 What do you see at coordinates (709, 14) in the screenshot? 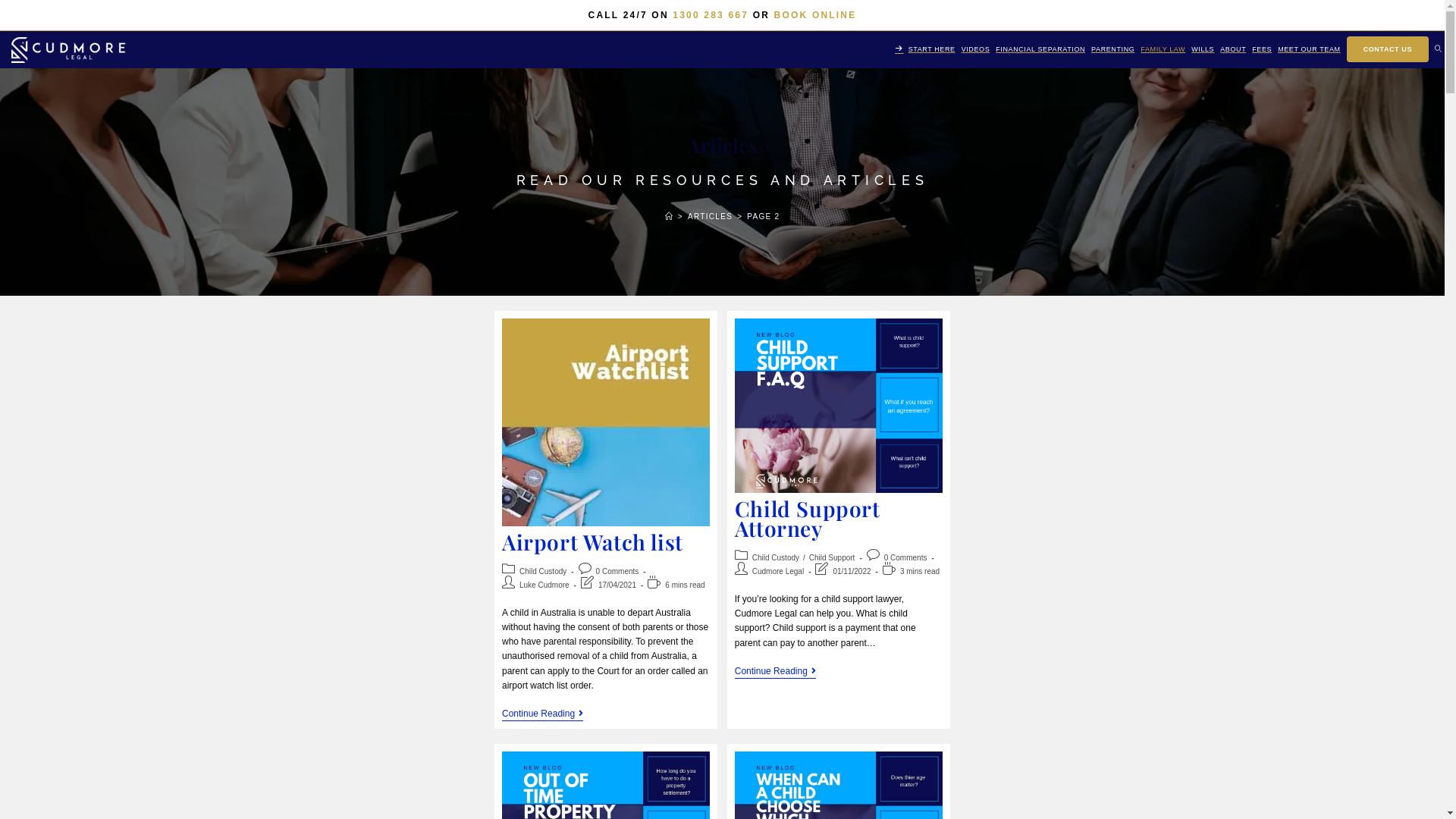
I see `'1300 283 667'` at bounding box center [709, 14].